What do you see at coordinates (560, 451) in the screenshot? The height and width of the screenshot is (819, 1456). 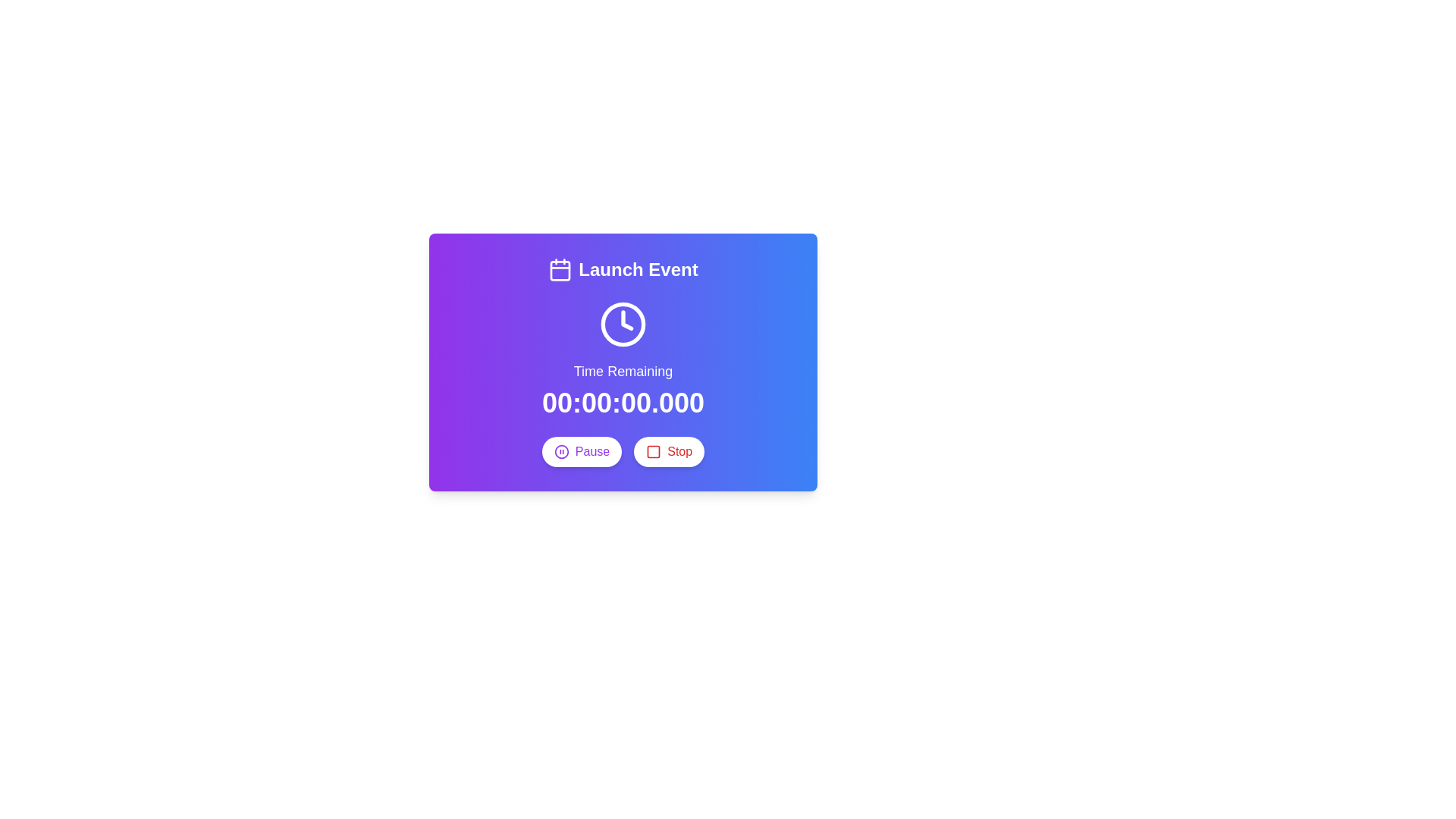 I see `the circular pause icon with a white background and purple borders, located to the left of the 'Pause' text within the application's card interface` at bounding box center [560, 451].